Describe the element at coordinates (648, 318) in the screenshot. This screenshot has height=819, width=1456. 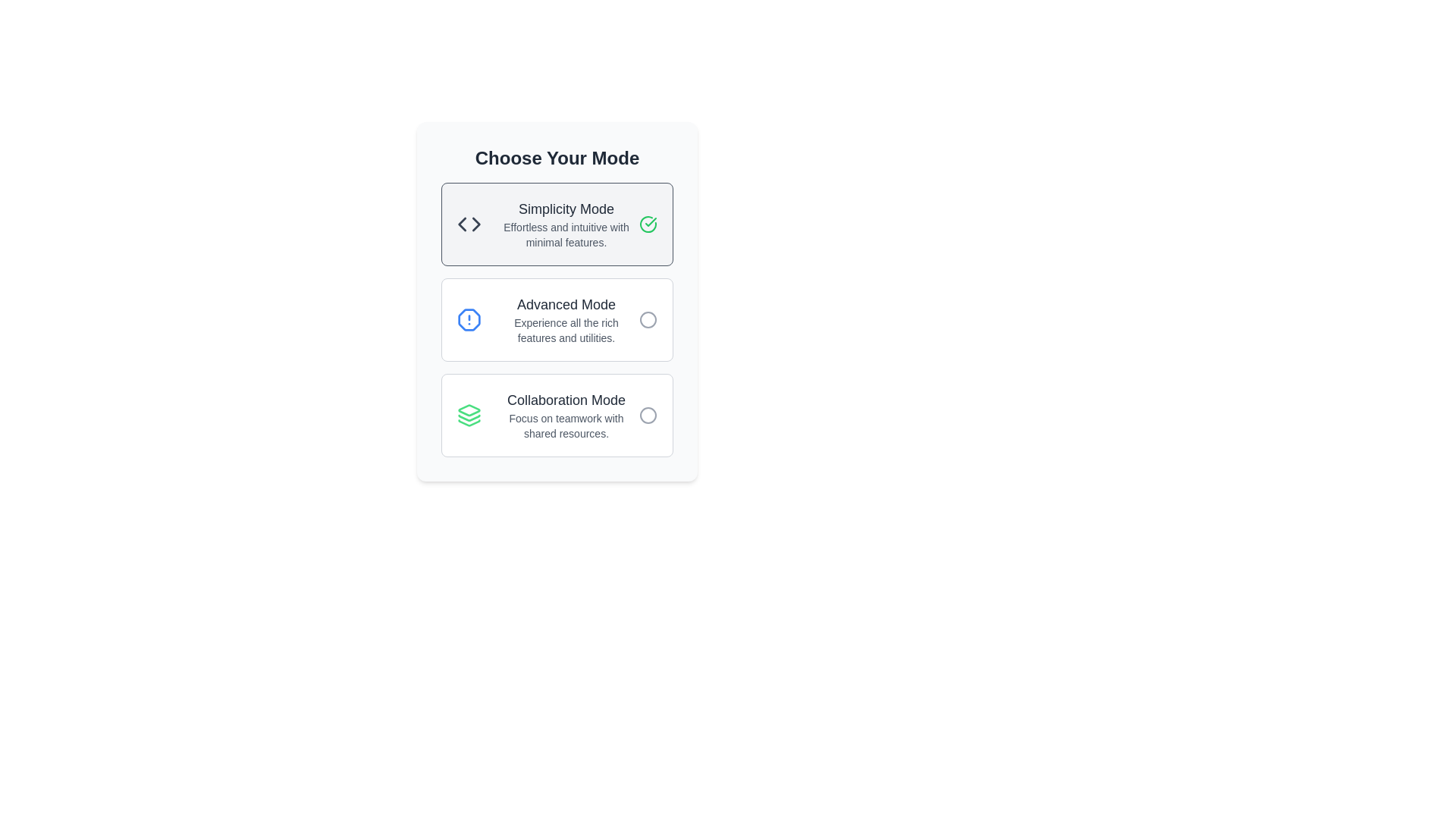
I see `the circular SVG vector graphic element with a thin gray stroke located in the 'Advanced Mode' section, adjacent to the mode's descriptive text` at that location.